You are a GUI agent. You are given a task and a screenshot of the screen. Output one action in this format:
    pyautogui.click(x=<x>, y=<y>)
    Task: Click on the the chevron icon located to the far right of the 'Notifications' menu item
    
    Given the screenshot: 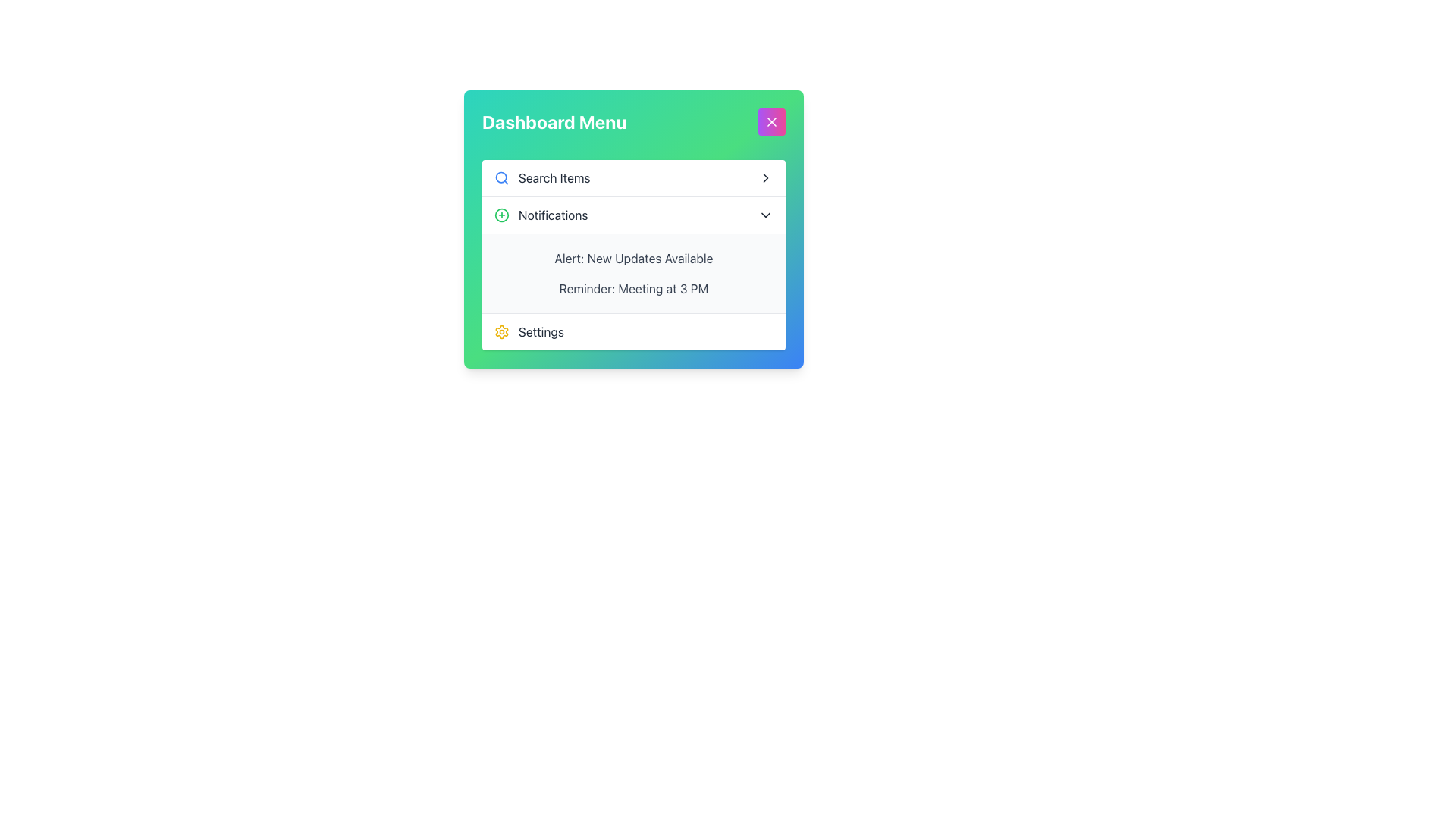 What is the action you would take?
    pyautogui.click(x=765, y=215)
    